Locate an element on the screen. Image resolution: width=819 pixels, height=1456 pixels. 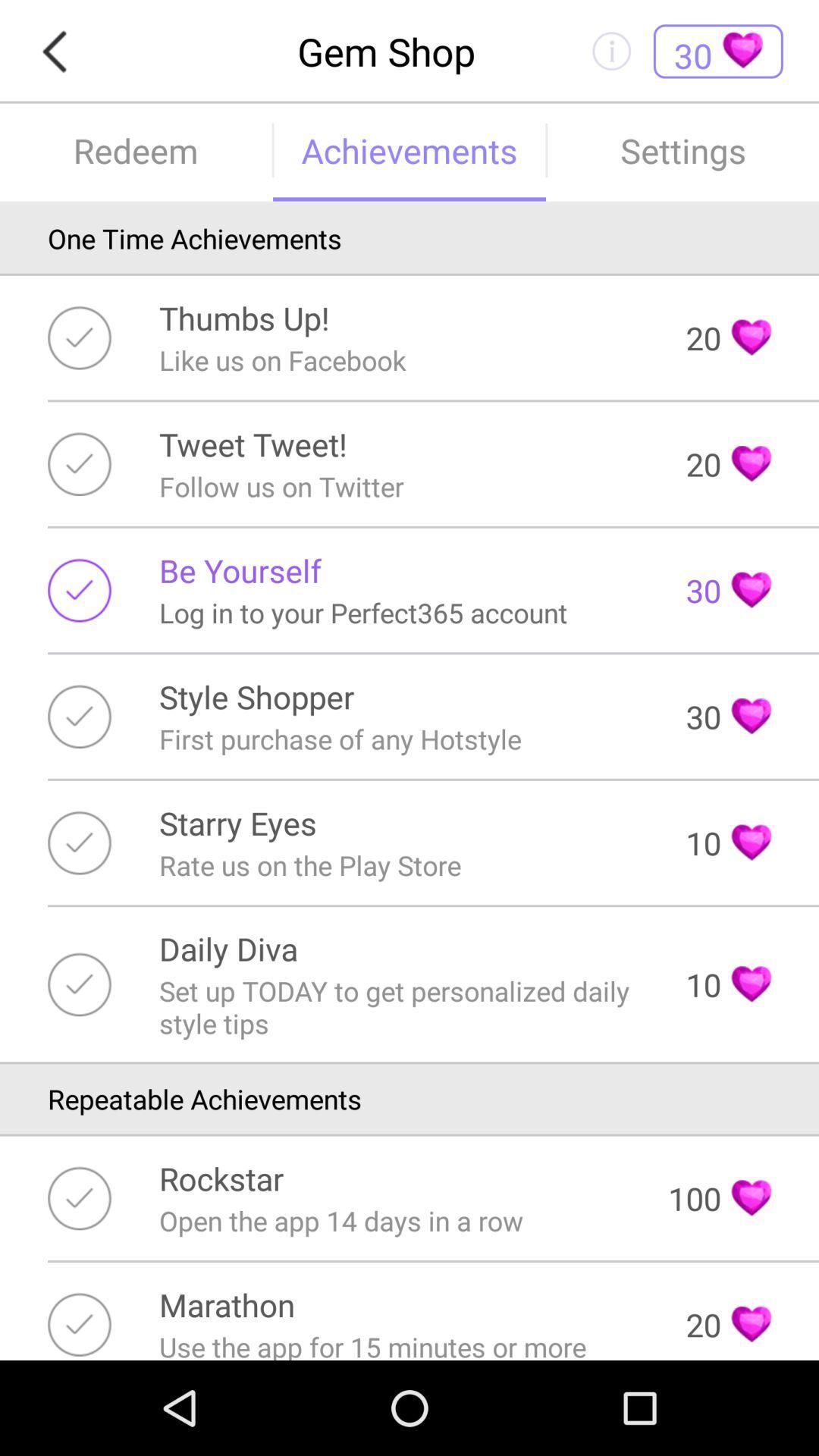
the redeem icon is located at coordinates (135, 150).